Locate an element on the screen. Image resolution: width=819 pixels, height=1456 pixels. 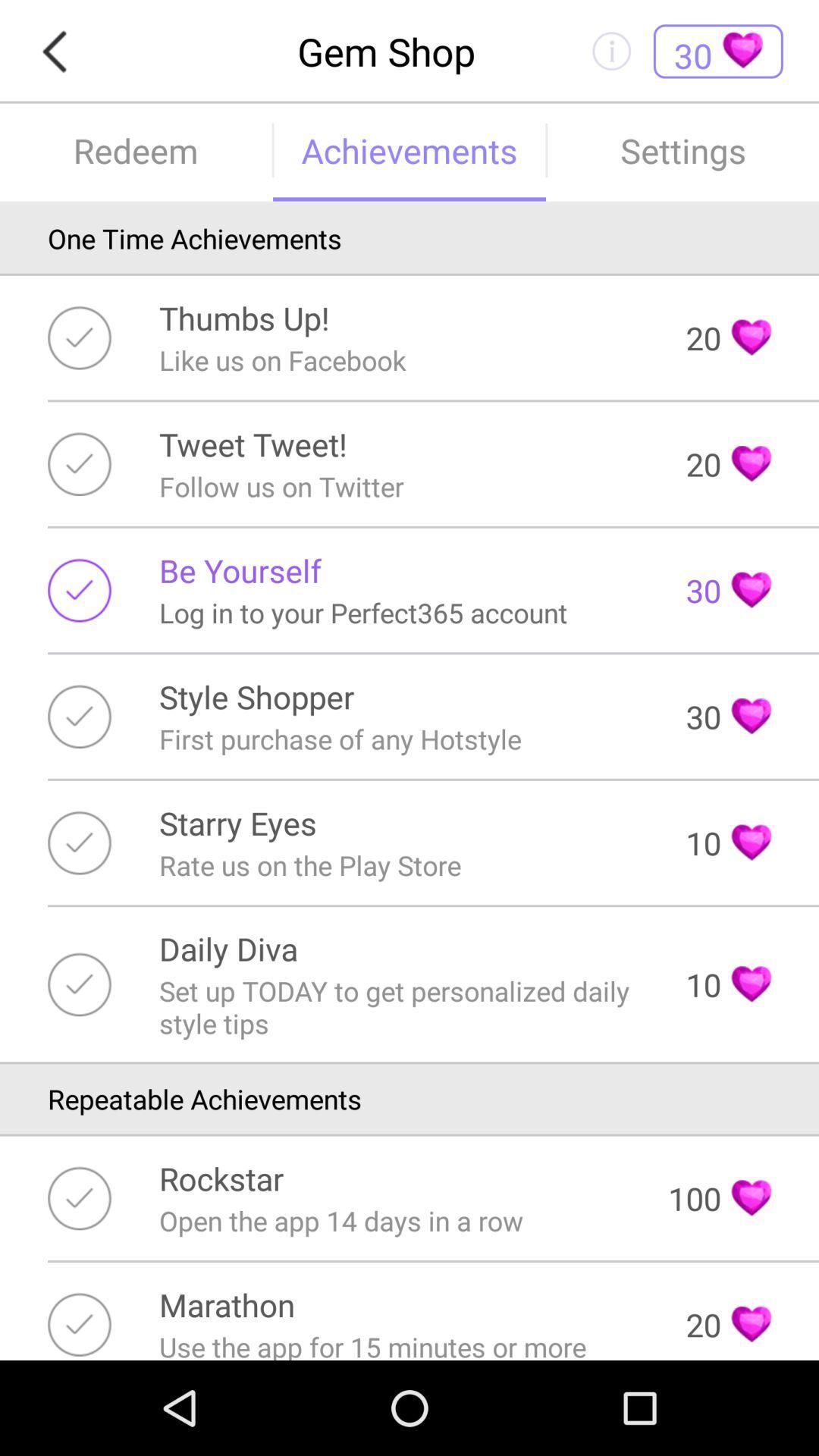
the redeem icon is located at coordinates (135, 150).